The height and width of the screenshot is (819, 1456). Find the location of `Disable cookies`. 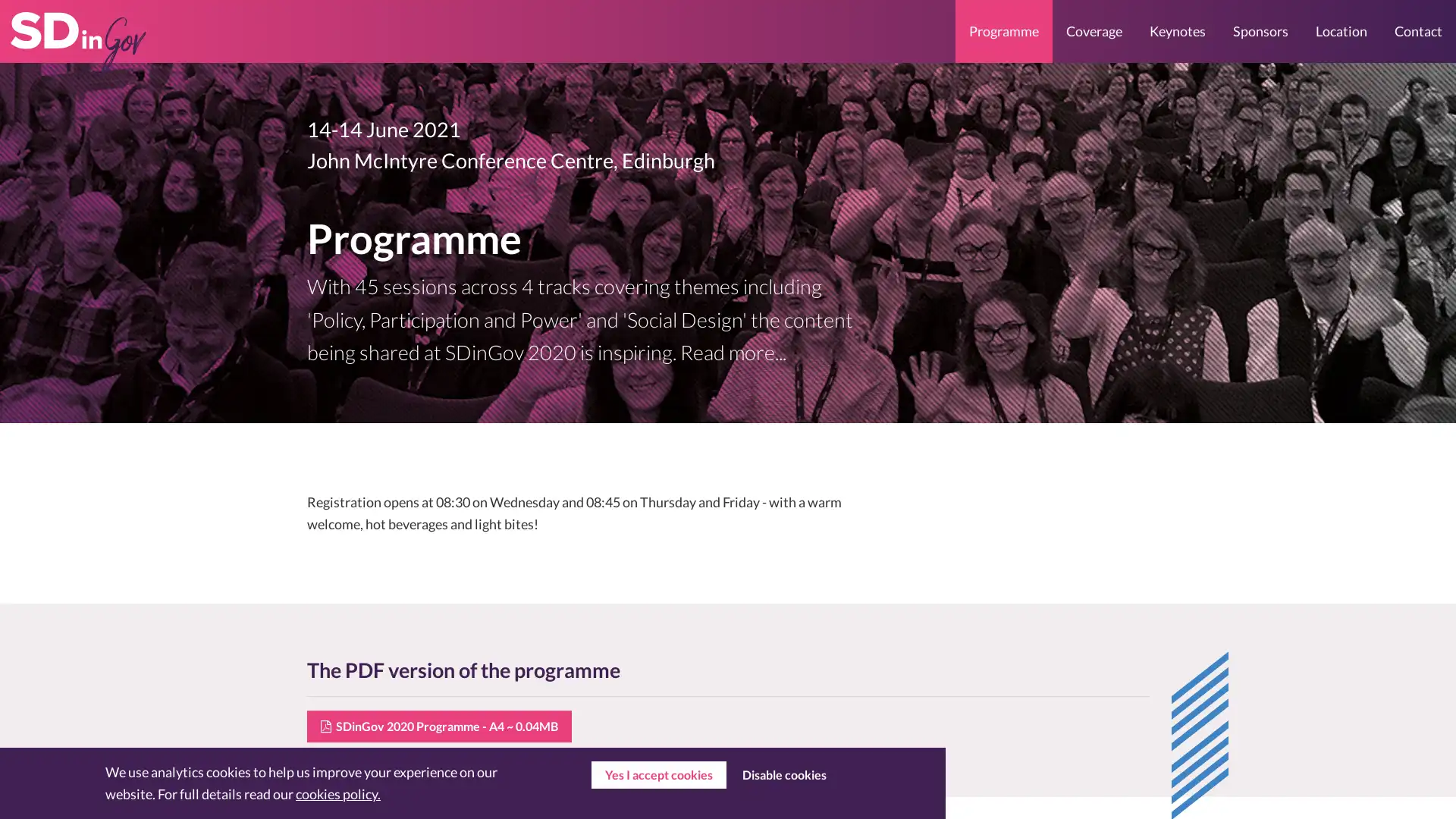

Disable cookies is located at coordinates (783, 775).